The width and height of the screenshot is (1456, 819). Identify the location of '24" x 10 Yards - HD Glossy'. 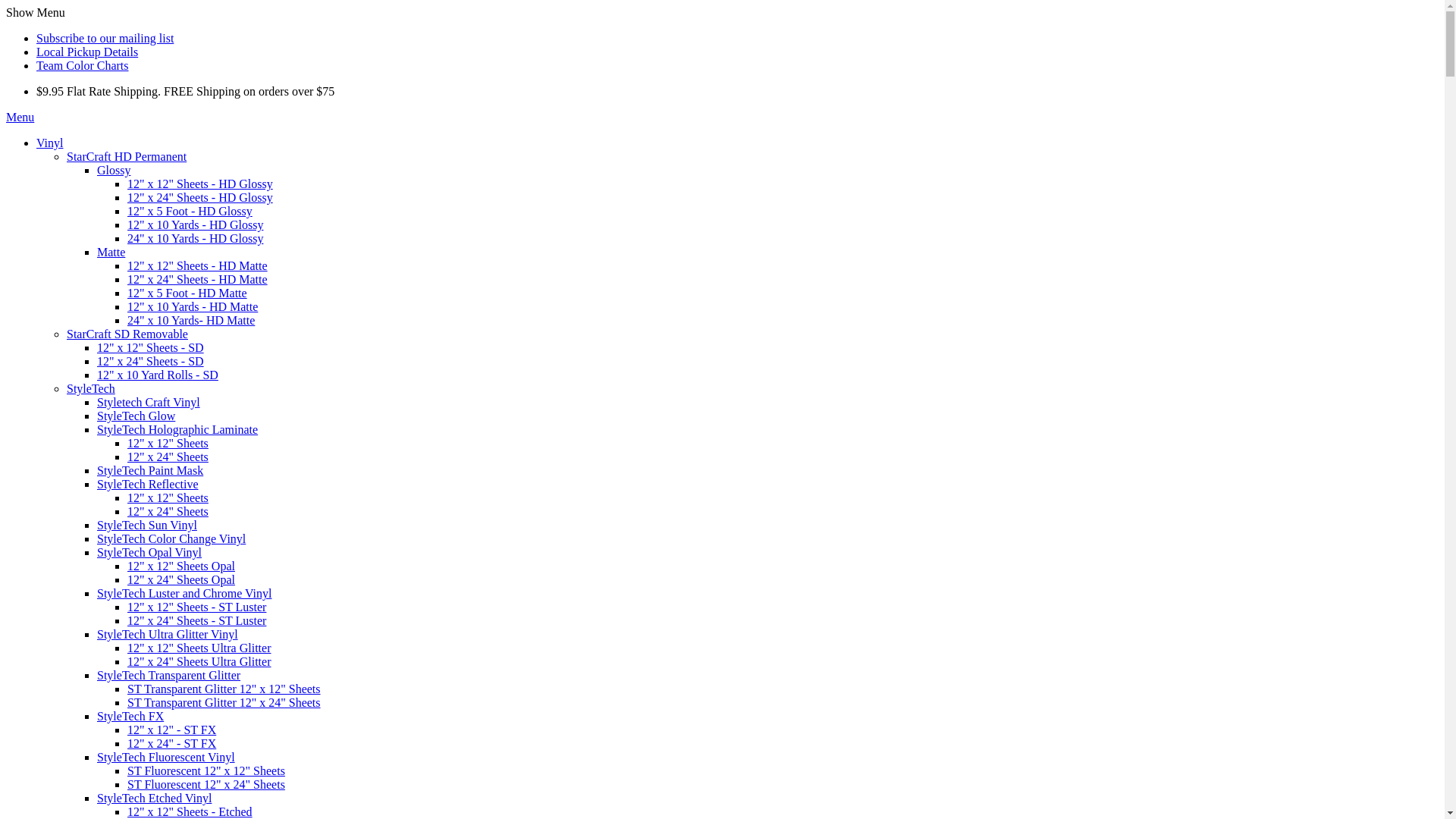
(194, 238).